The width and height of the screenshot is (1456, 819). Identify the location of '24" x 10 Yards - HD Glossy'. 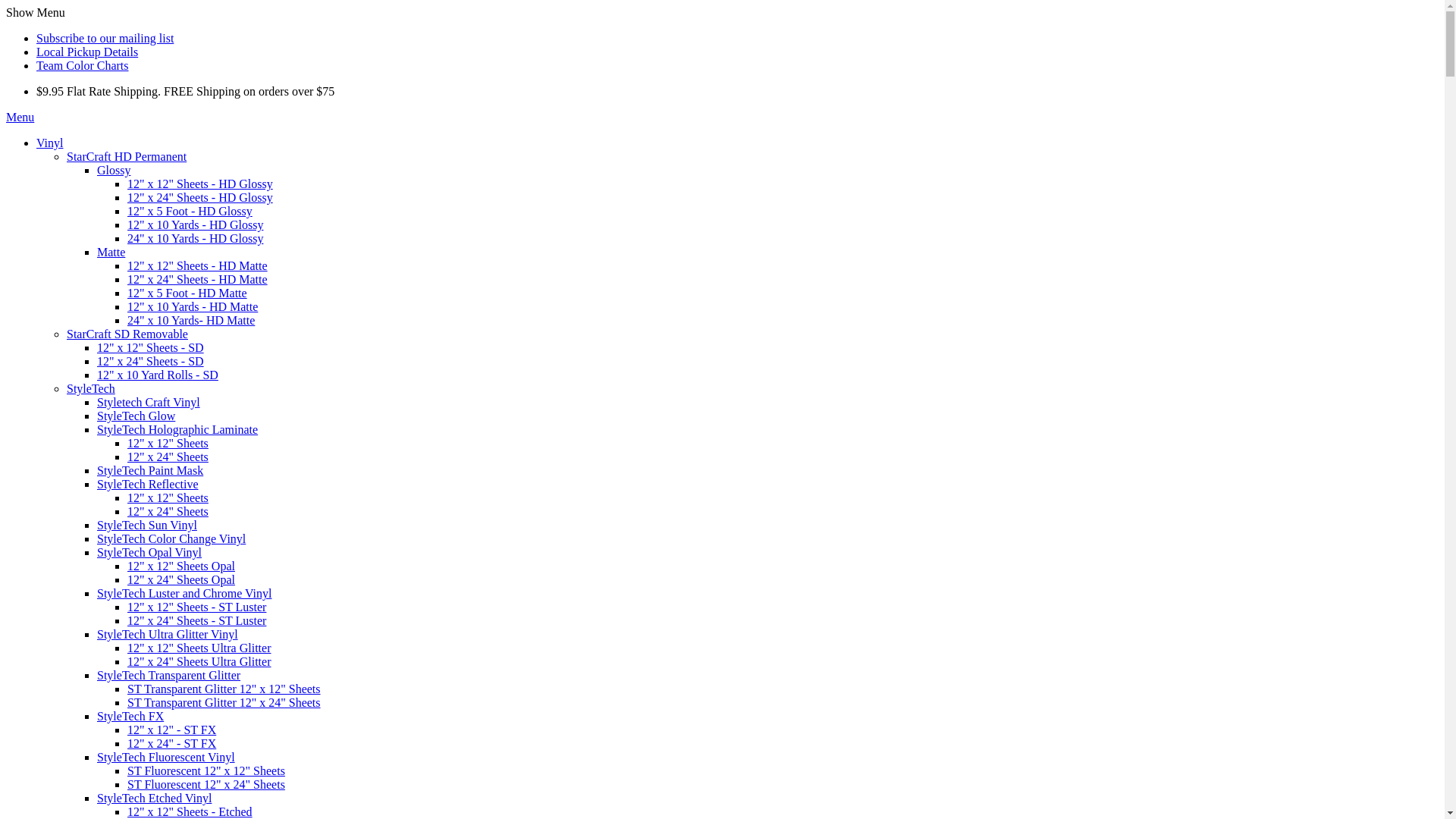
(194, 238).